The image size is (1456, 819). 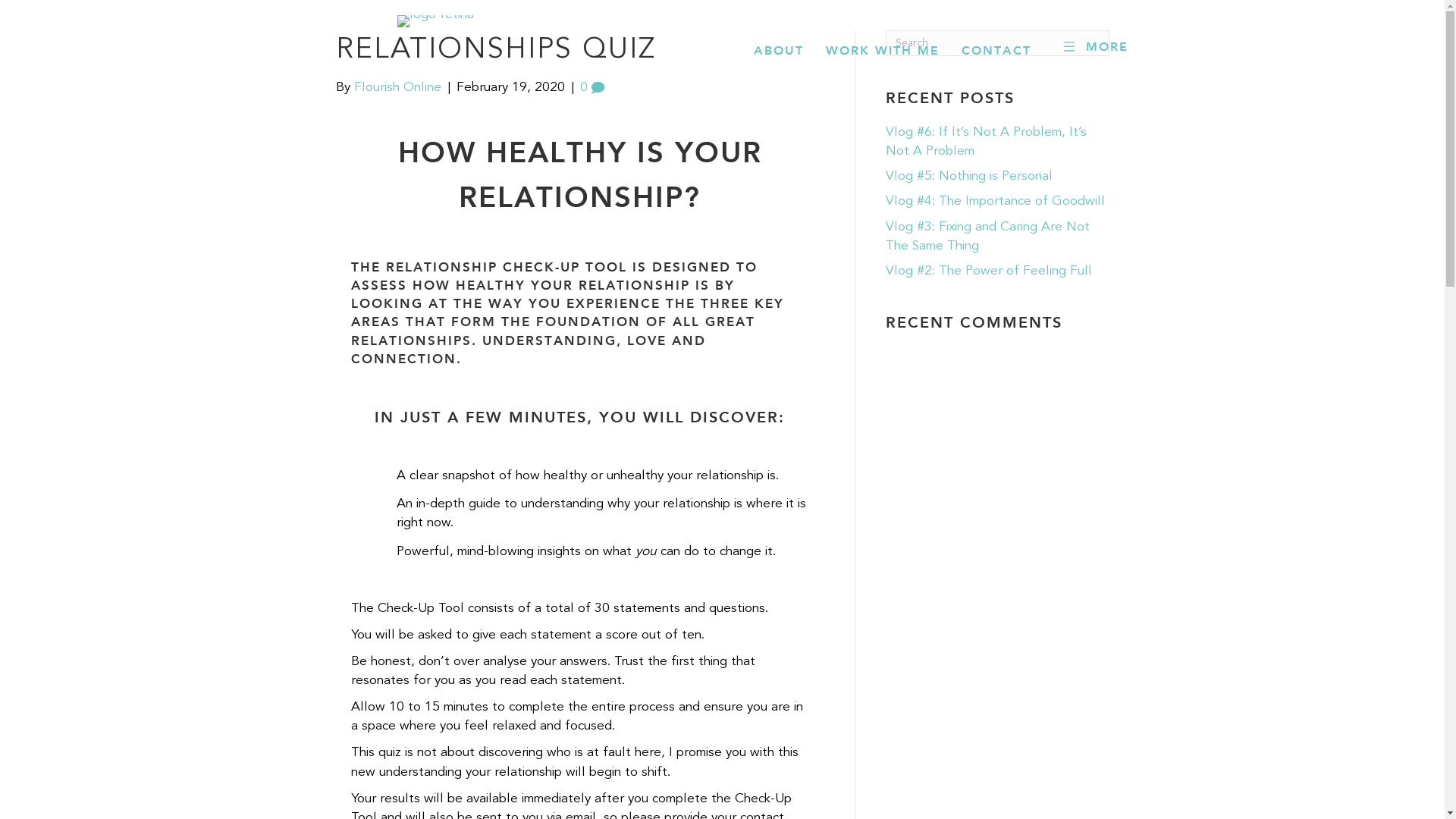 What do you see at coordinates (996, 49) in the screenshot?
I see `'CONTACT'` at bounding box center [996, 49].